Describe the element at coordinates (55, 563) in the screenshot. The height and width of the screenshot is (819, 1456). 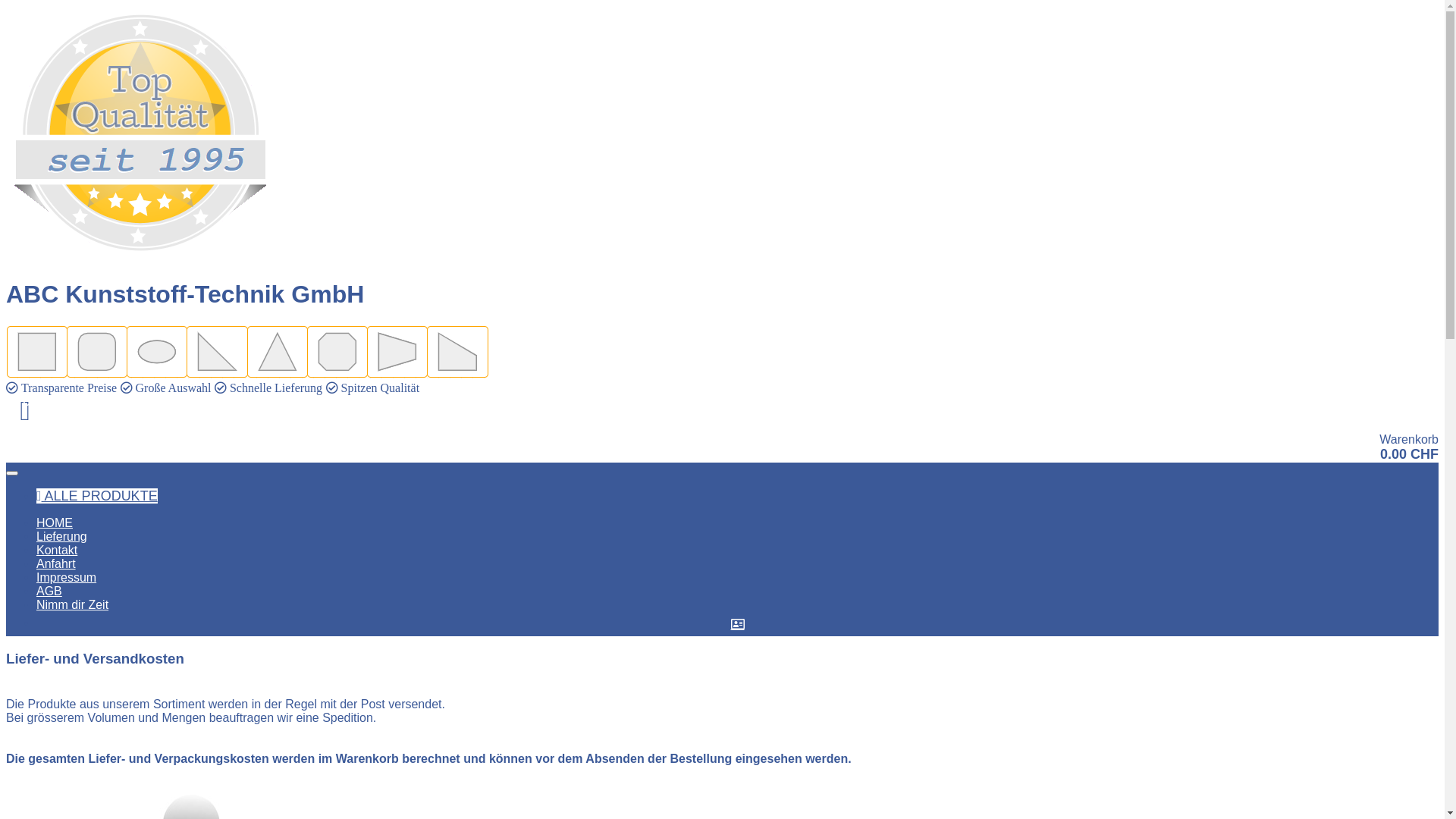
I see `'Anfahrt'` at that location.